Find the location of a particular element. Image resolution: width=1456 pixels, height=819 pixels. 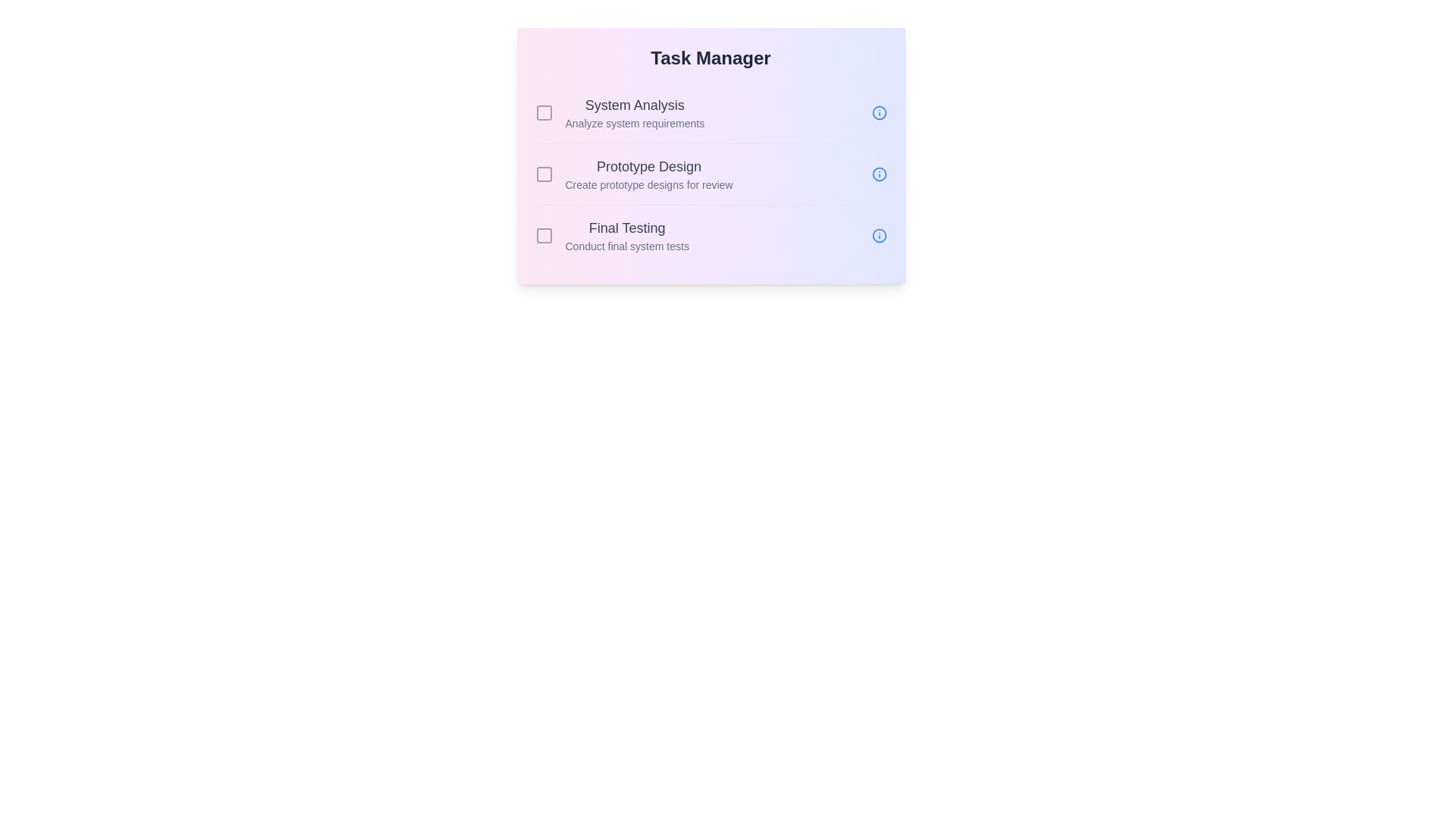

the task name text for Prototype Design is located at coordinates (648, 166).